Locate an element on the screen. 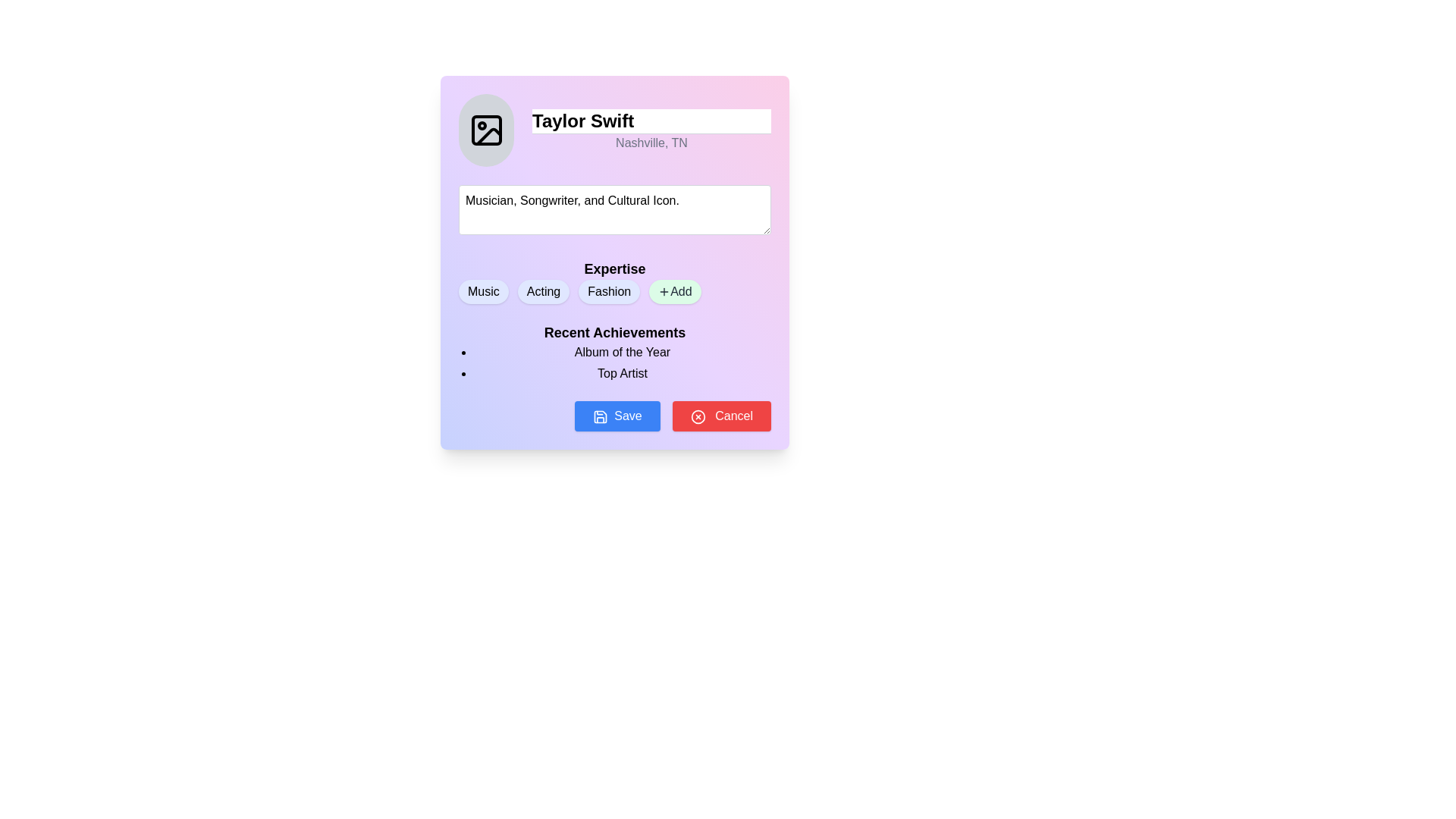 This screenshot has height=819, width=1456. the profile image placeholder icon located within the rounded, gray, circular background at the top-left of the form section is located at coordinates (486, 130).